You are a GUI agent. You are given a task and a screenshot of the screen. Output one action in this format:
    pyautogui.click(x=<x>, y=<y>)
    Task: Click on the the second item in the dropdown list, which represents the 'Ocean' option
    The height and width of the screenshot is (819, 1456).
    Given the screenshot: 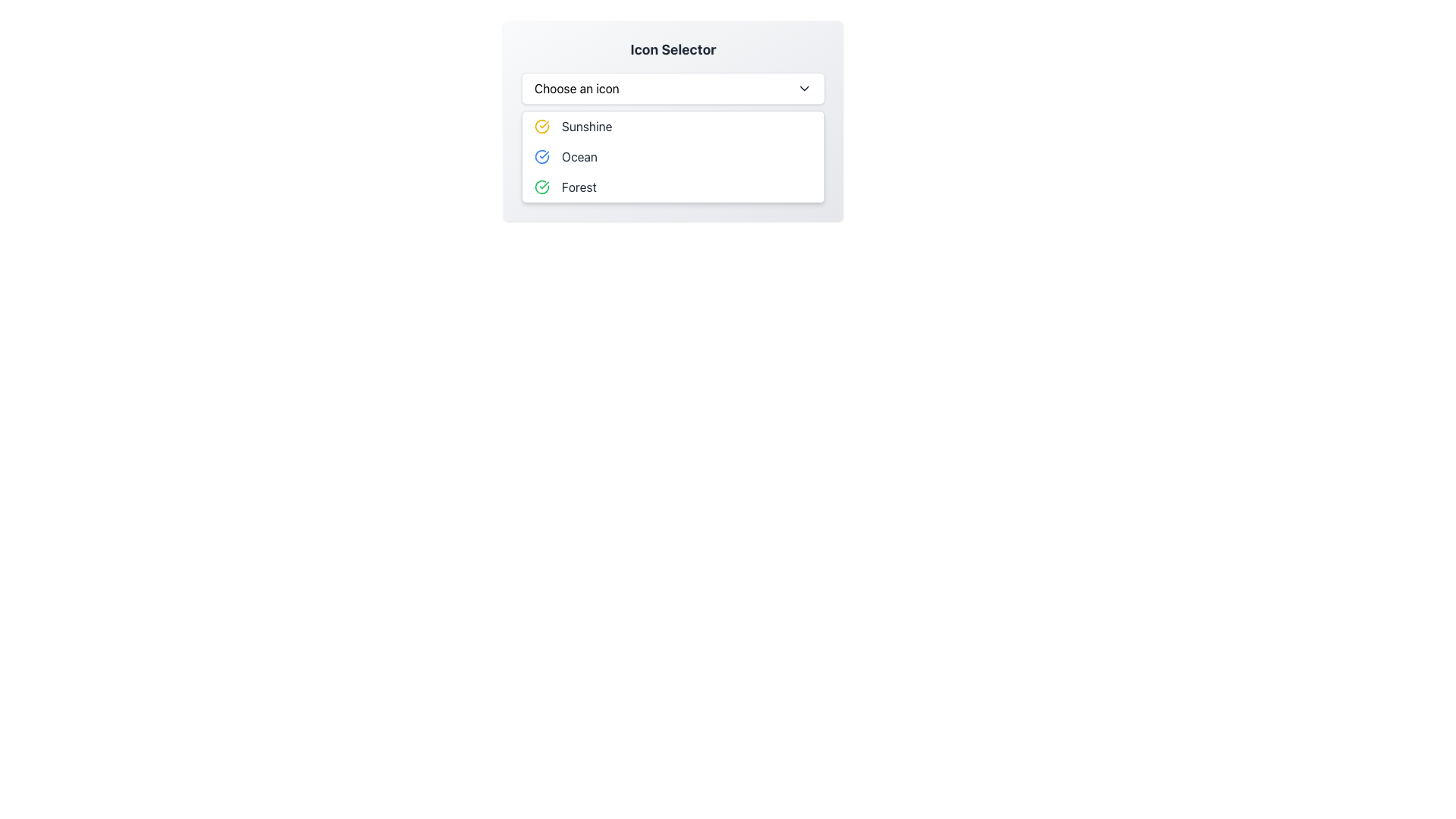 What is the action you would take?
    pyautogui.click(x=673, y=157)
    